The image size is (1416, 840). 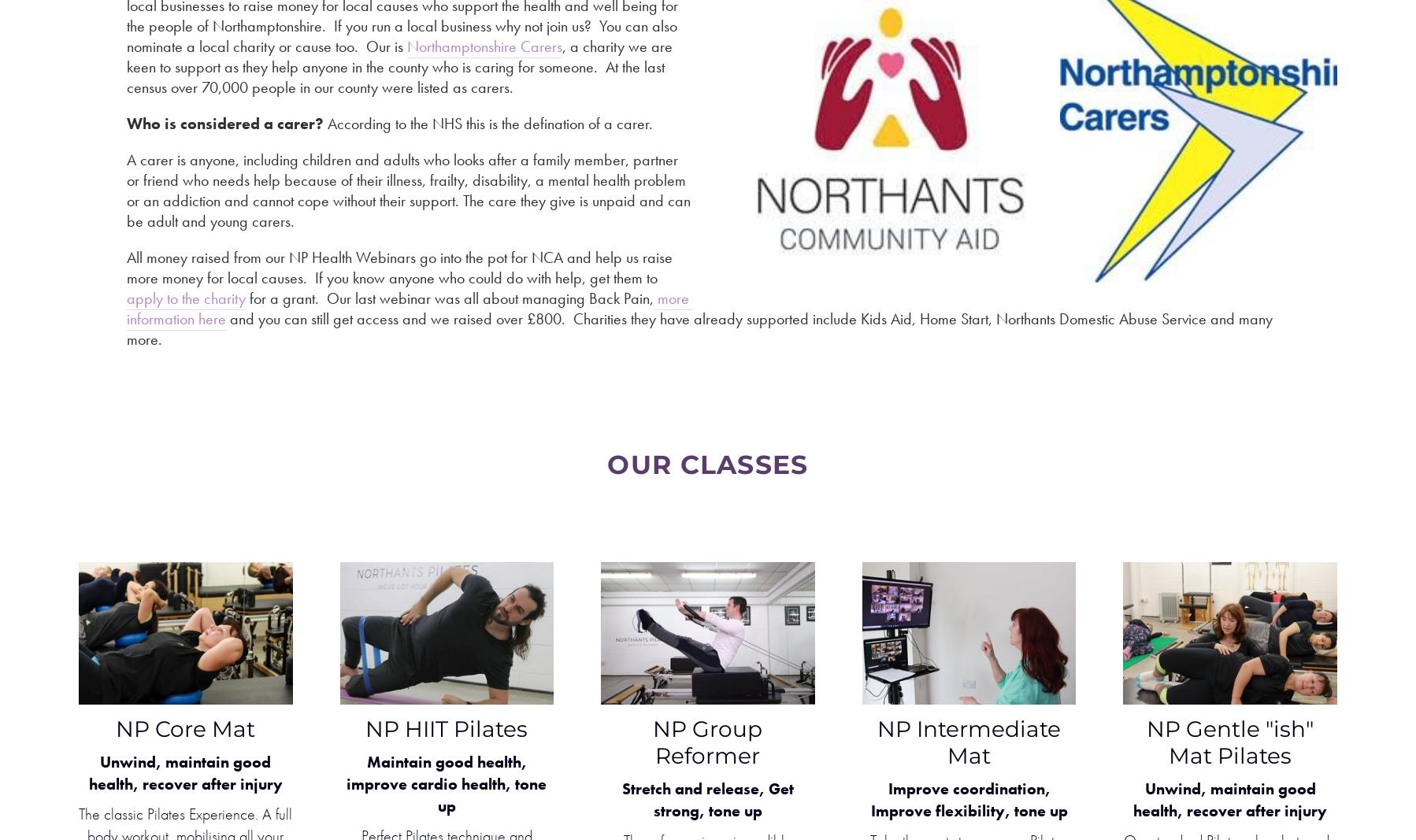 What do you see at coordinates (410, 308) in the screenshot?
I see `'more information here'` at bounding box center [410, 308].